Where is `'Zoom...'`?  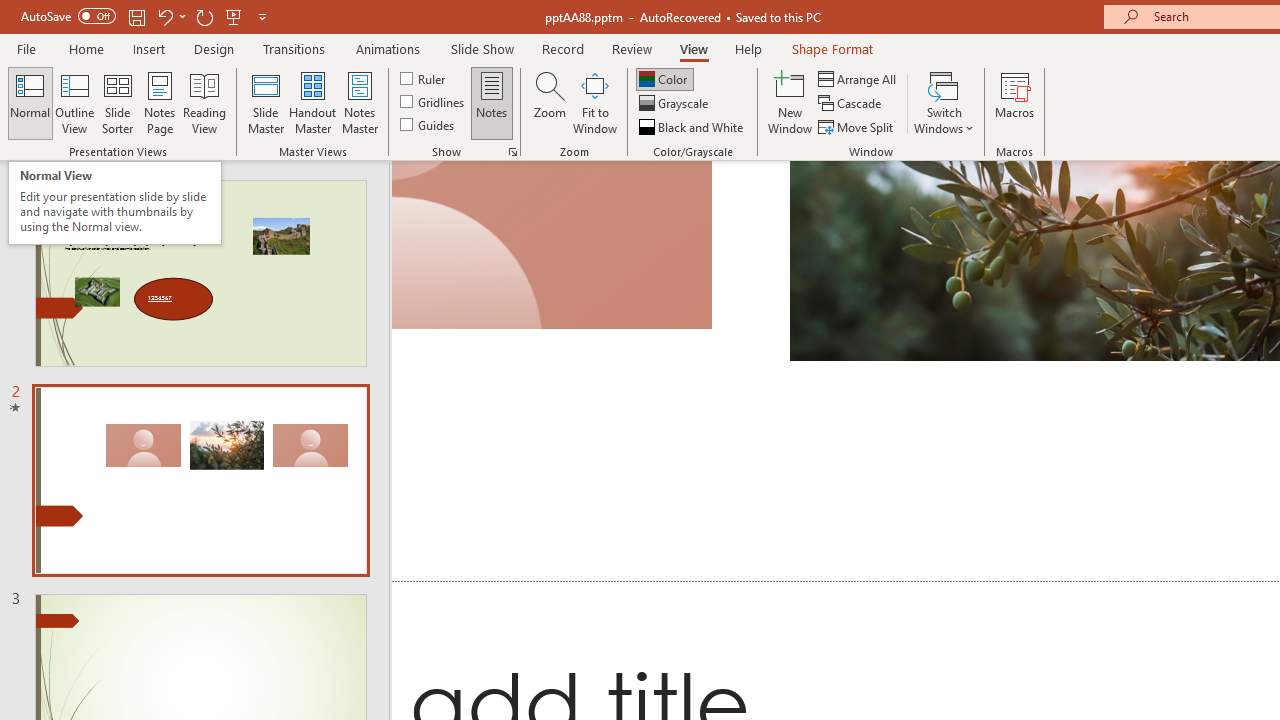 'Zoom...' is located at coordinates (549, 103).